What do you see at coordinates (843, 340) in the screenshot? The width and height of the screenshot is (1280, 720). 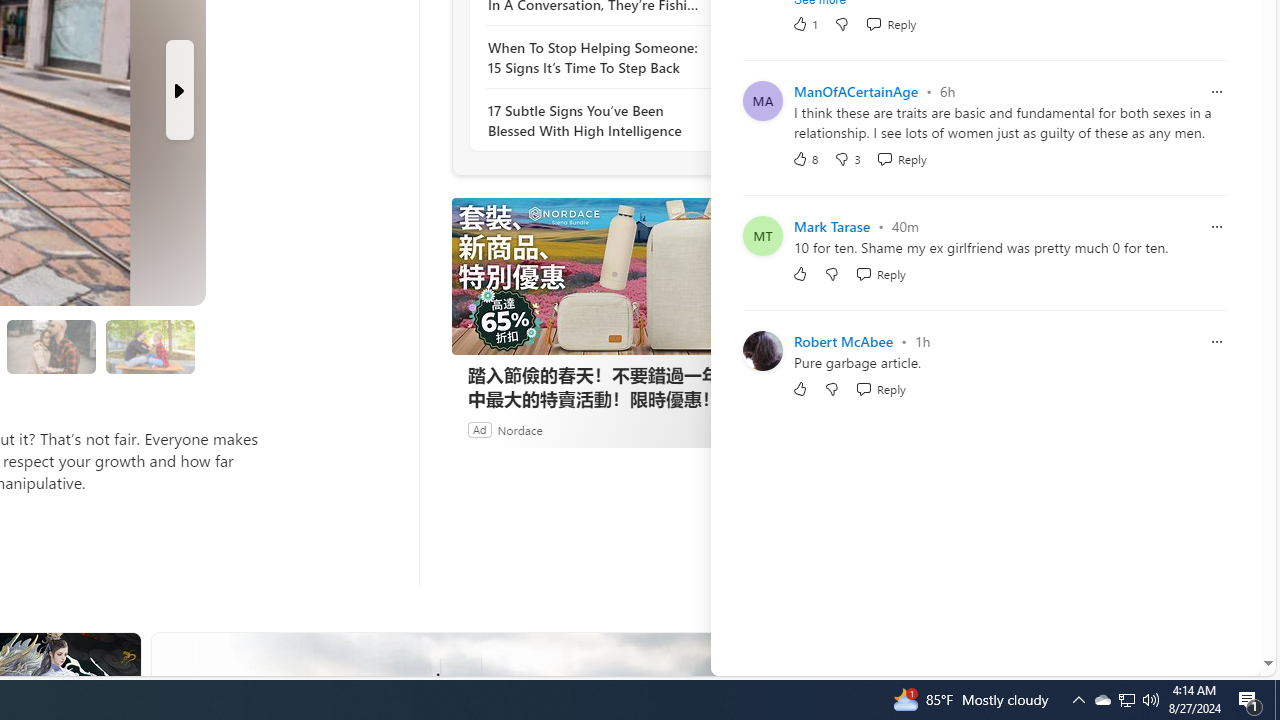 I see `'Robert McAbee'` at bounding box center [843, 340].